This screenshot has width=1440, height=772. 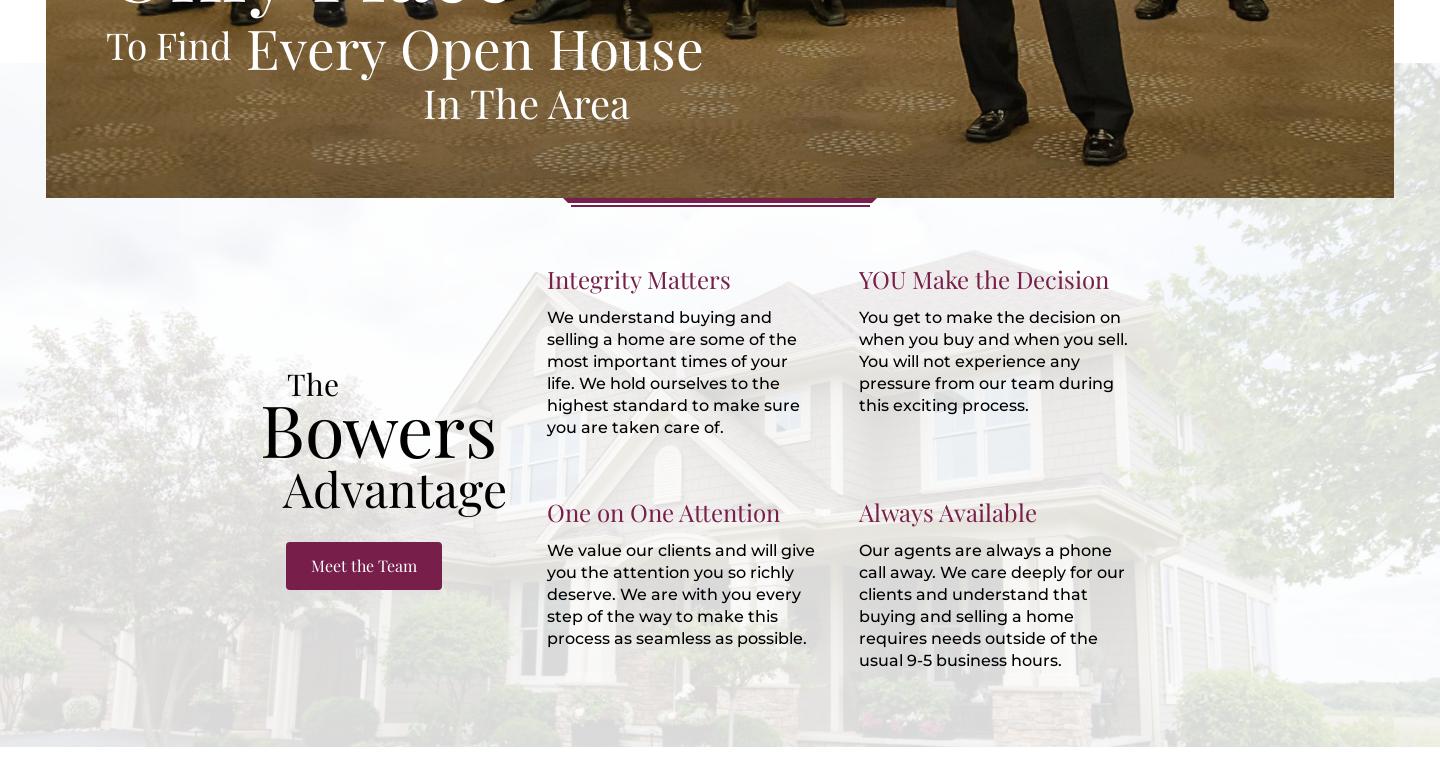 What do you see at coordinates (376, 426) in the screenshot?
I see `'Bowers'` at bounding box center [376, 426].